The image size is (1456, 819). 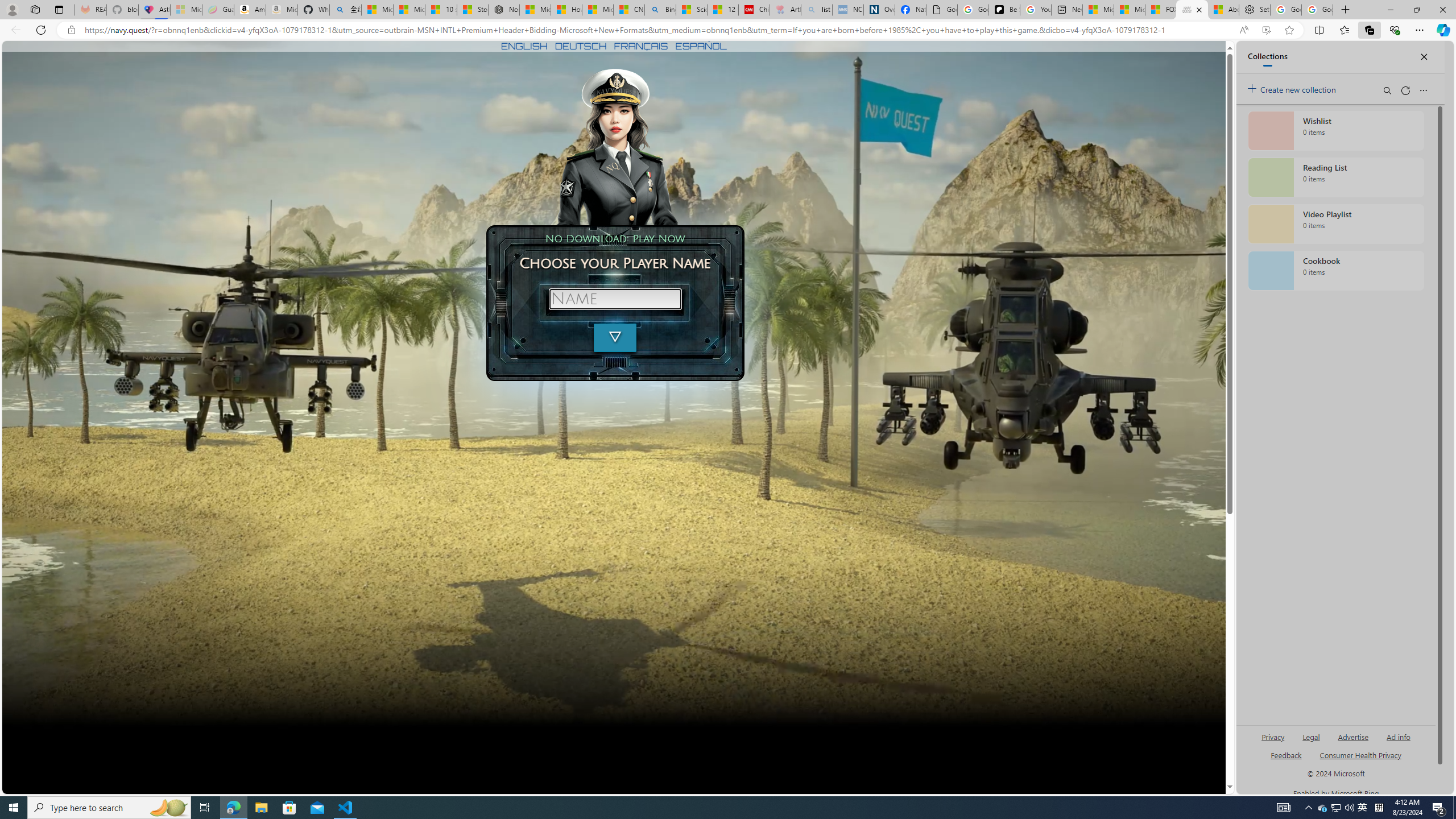 I want to click on 'Favorites', so click(x=1345, y=29).